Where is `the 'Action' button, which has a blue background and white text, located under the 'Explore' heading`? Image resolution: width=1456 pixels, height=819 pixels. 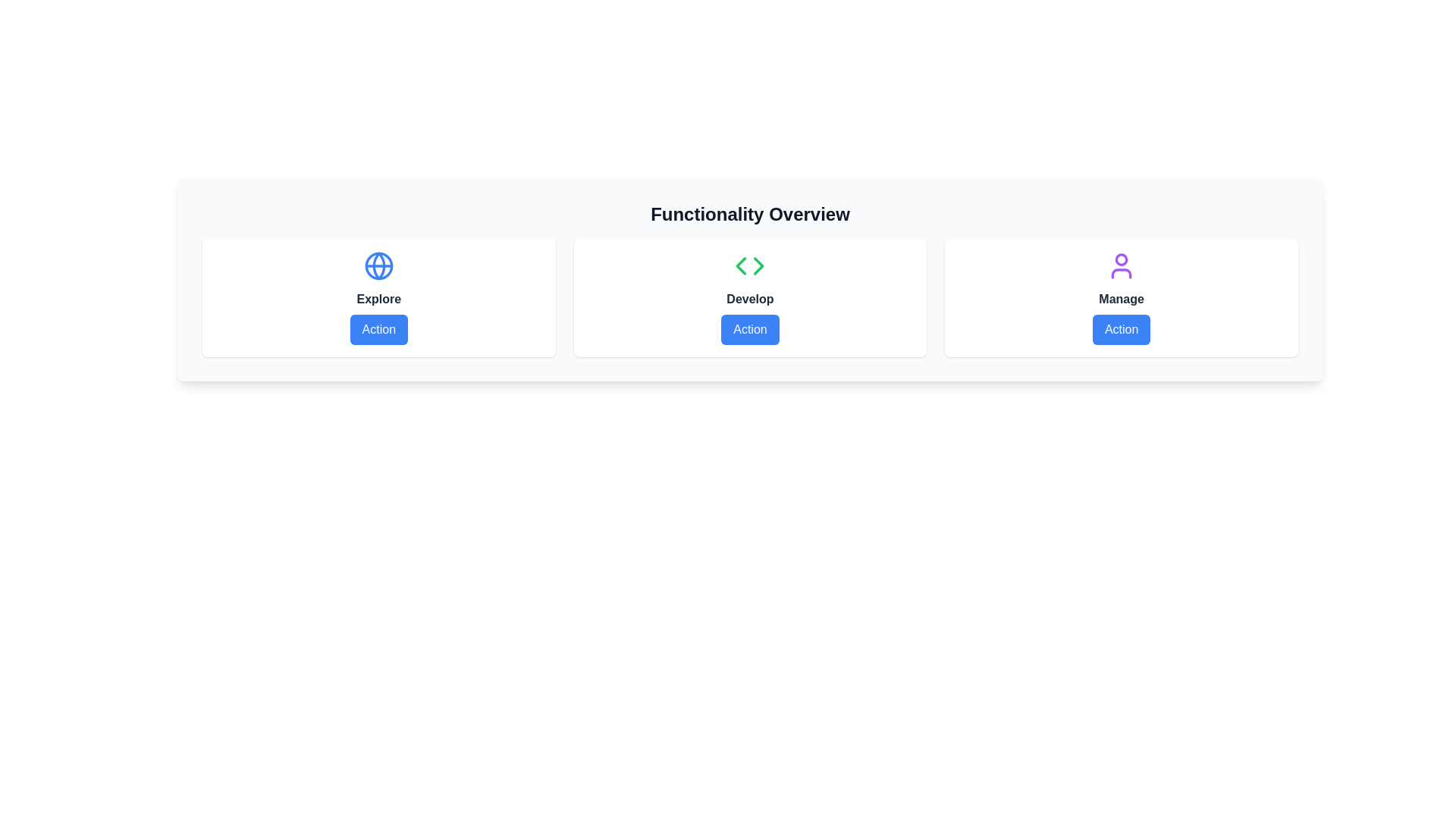
the 'Action' button, which has a blue background and white text, located under the 'Explore' heading is located at coordinates (378, 329).